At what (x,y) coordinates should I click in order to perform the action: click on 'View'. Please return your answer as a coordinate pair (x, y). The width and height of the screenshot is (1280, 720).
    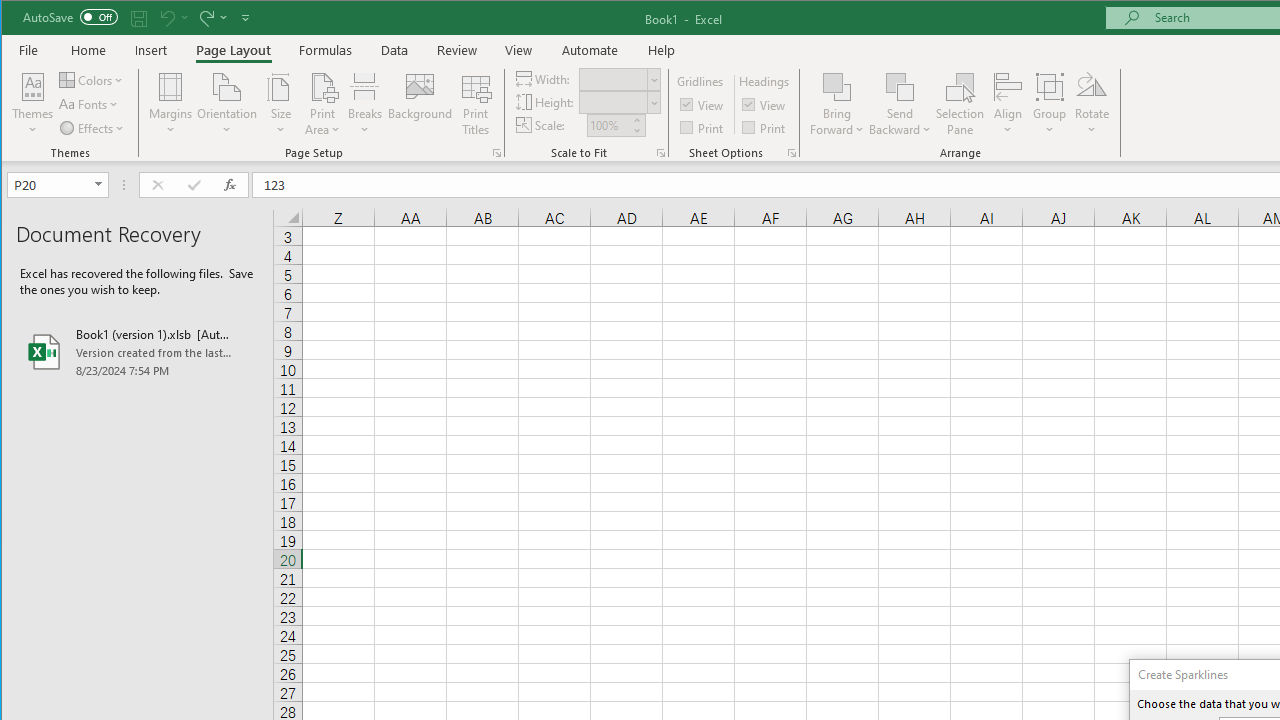
    Looking at the image, I should click on (764, 104).